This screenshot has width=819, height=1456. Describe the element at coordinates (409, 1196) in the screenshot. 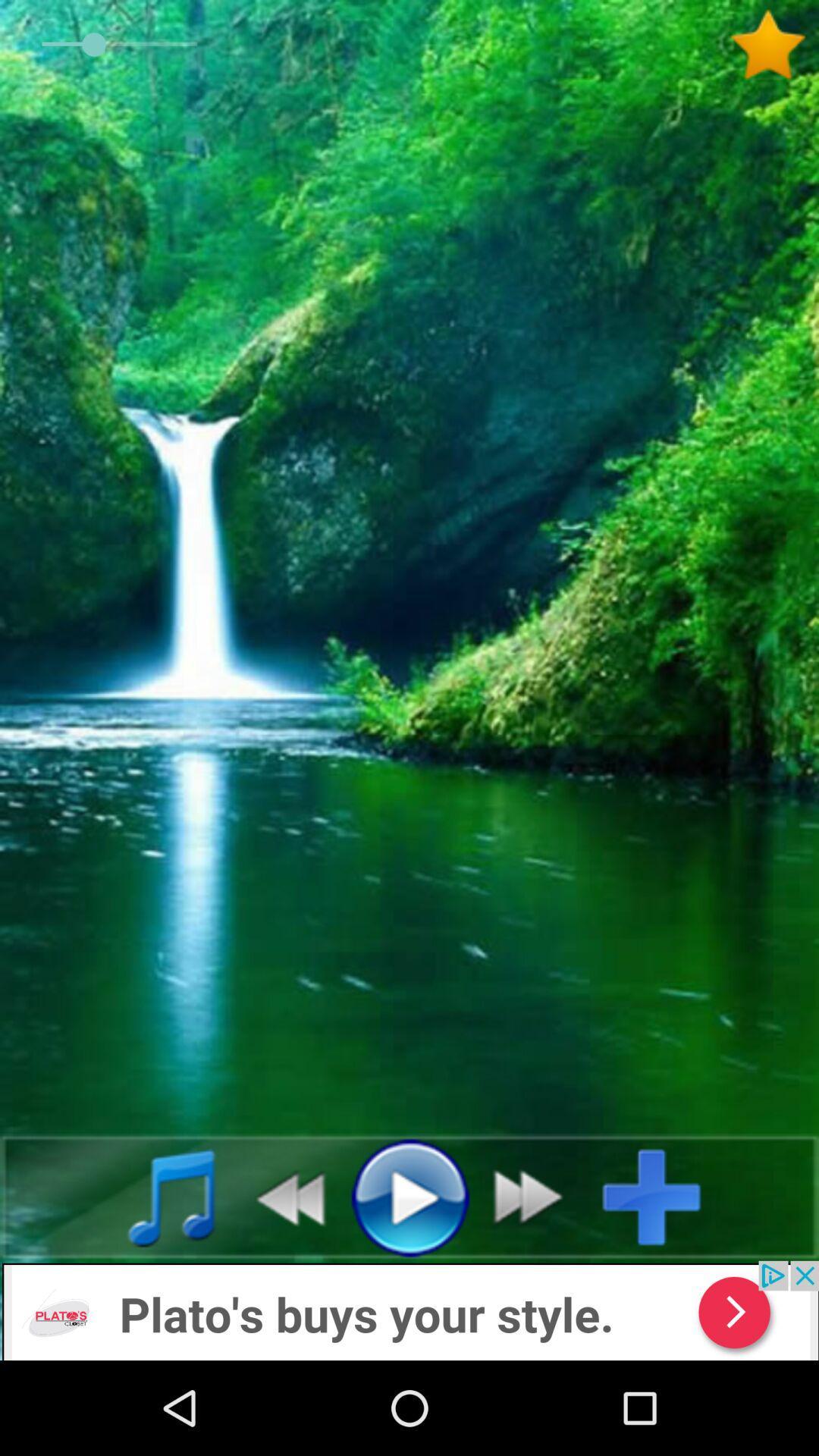

I see `play` at that location.